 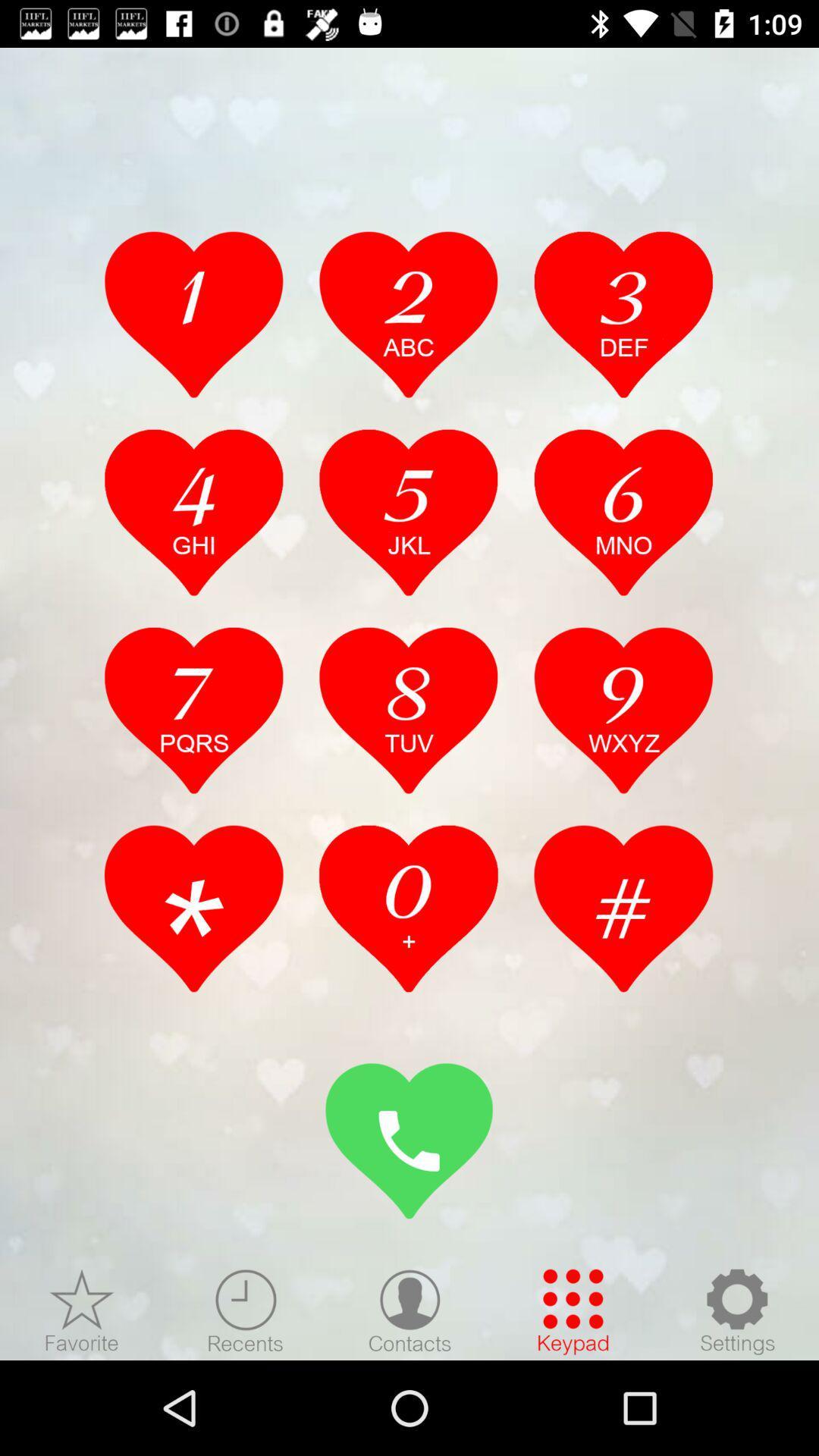 I want to click on press 4, so click(x=193, y=512).